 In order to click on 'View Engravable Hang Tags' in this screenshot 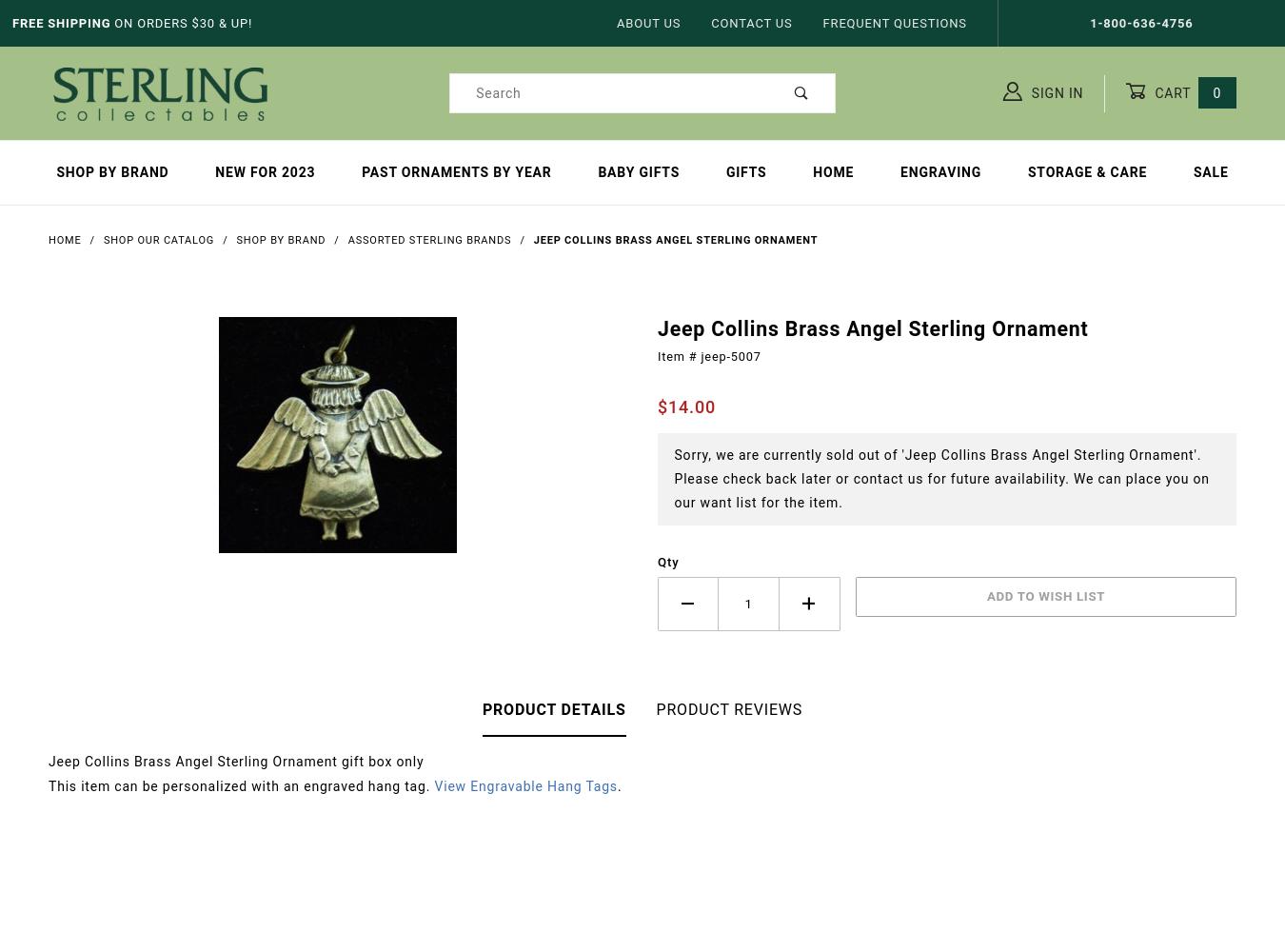, I will do `click(433, 784)`.